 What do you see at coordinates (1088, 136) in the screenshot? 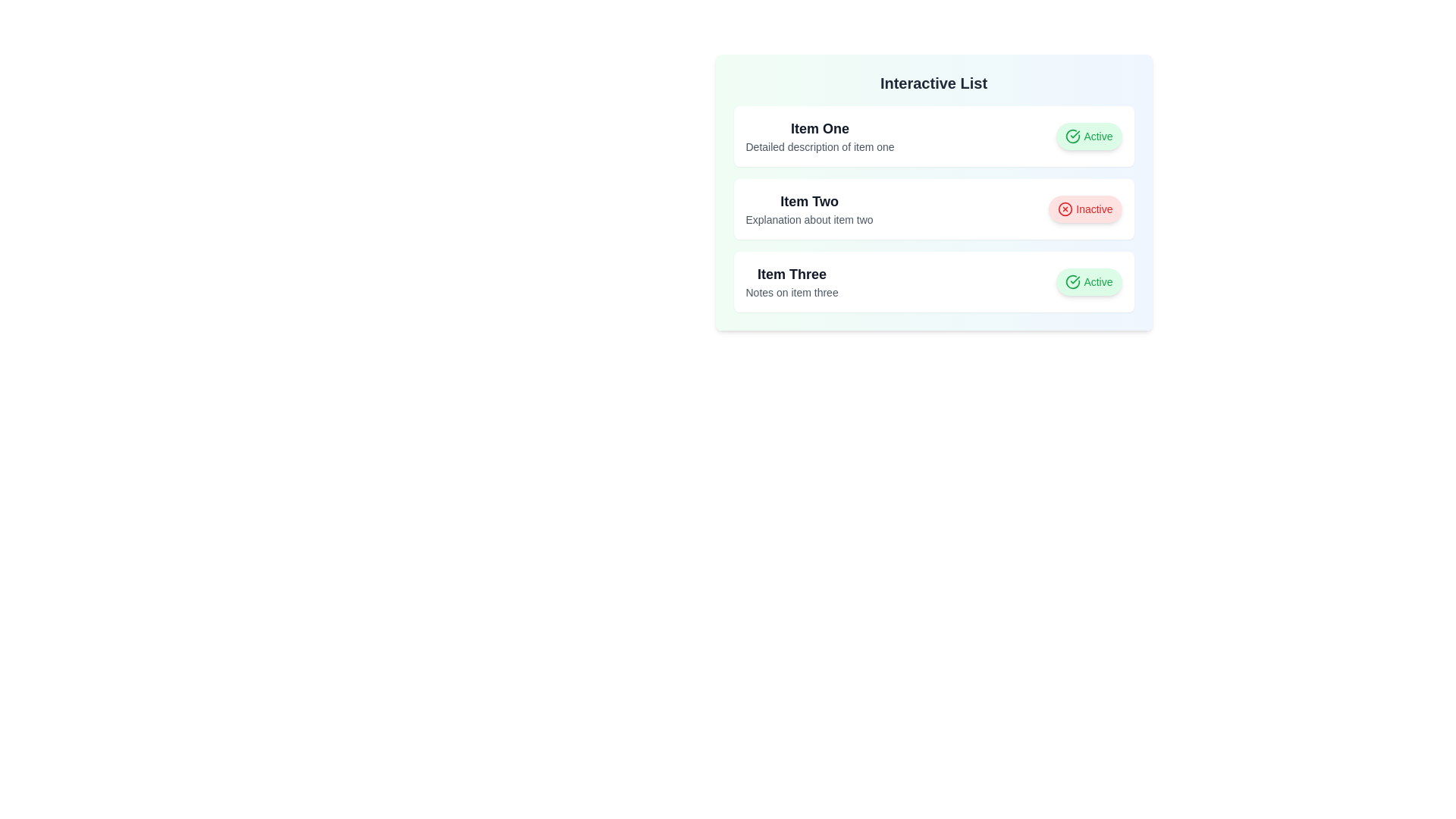
I see `the item by clicking the button associated with Item One` at bounding box center [1088, 136].